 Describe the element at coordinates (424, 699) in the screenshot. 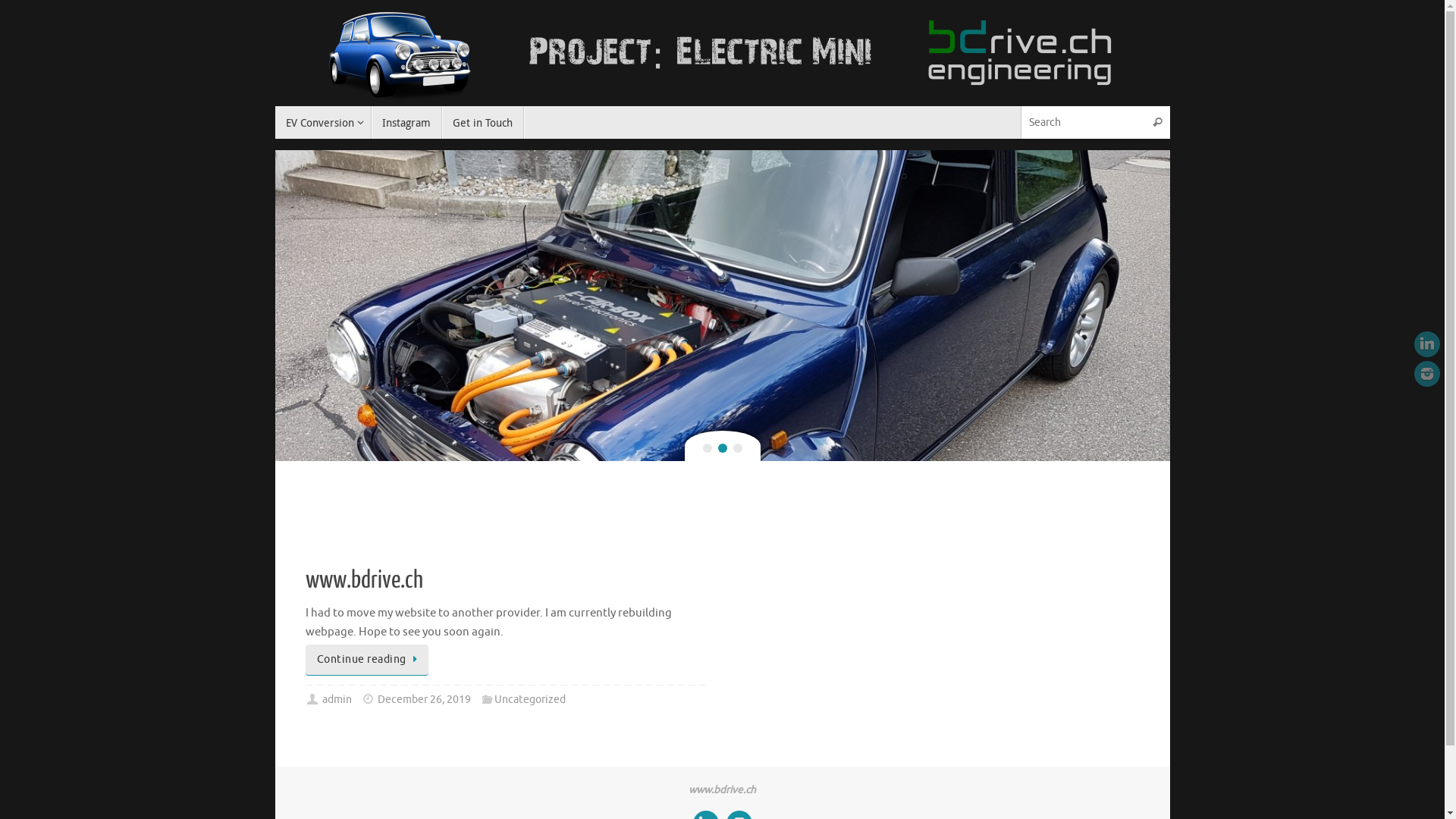

I see `'December 26, 2019'` at that location.